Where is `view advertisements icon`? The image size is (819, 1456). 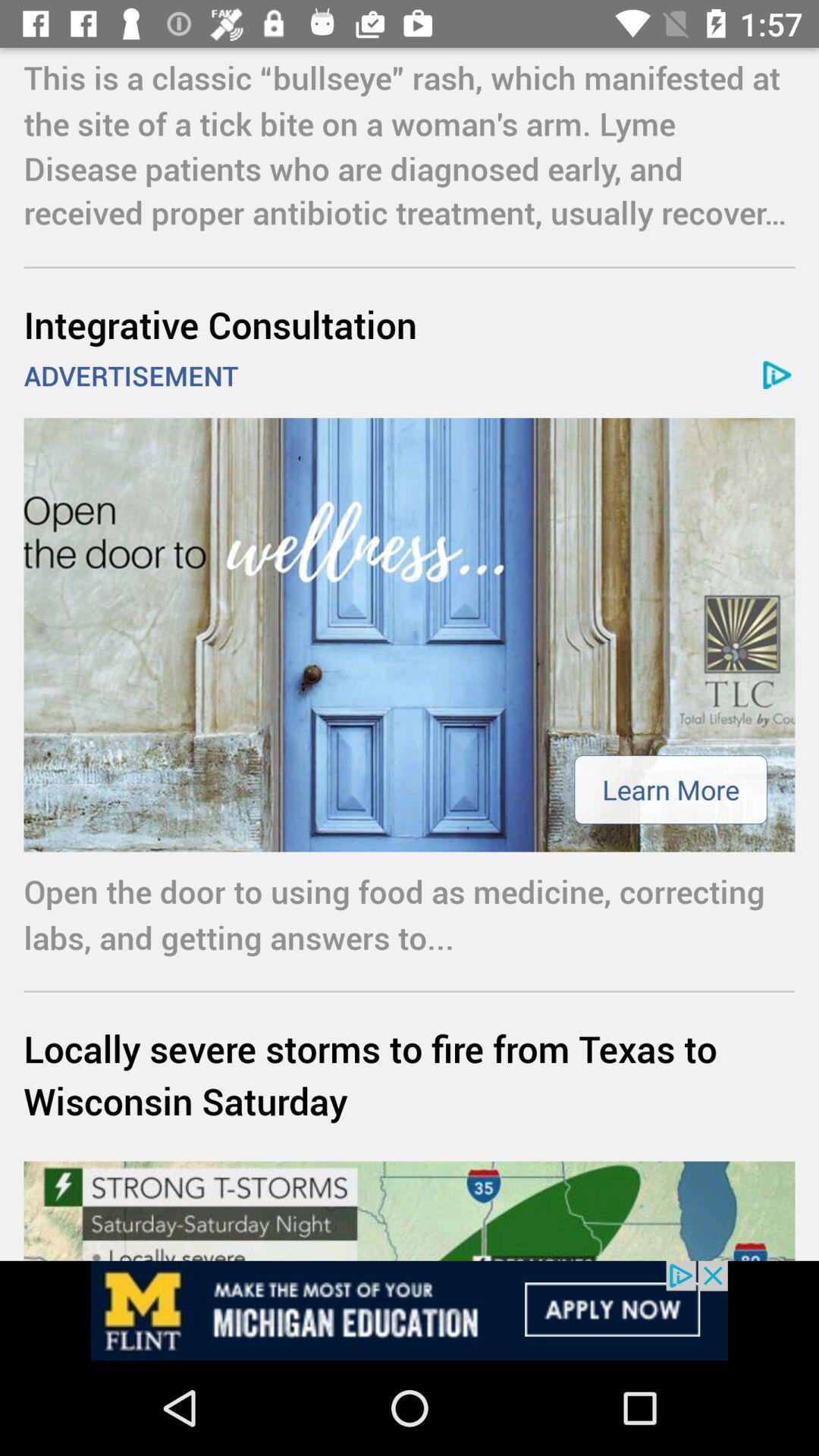 view advertisements icon is located at coordinates (409, 1310).